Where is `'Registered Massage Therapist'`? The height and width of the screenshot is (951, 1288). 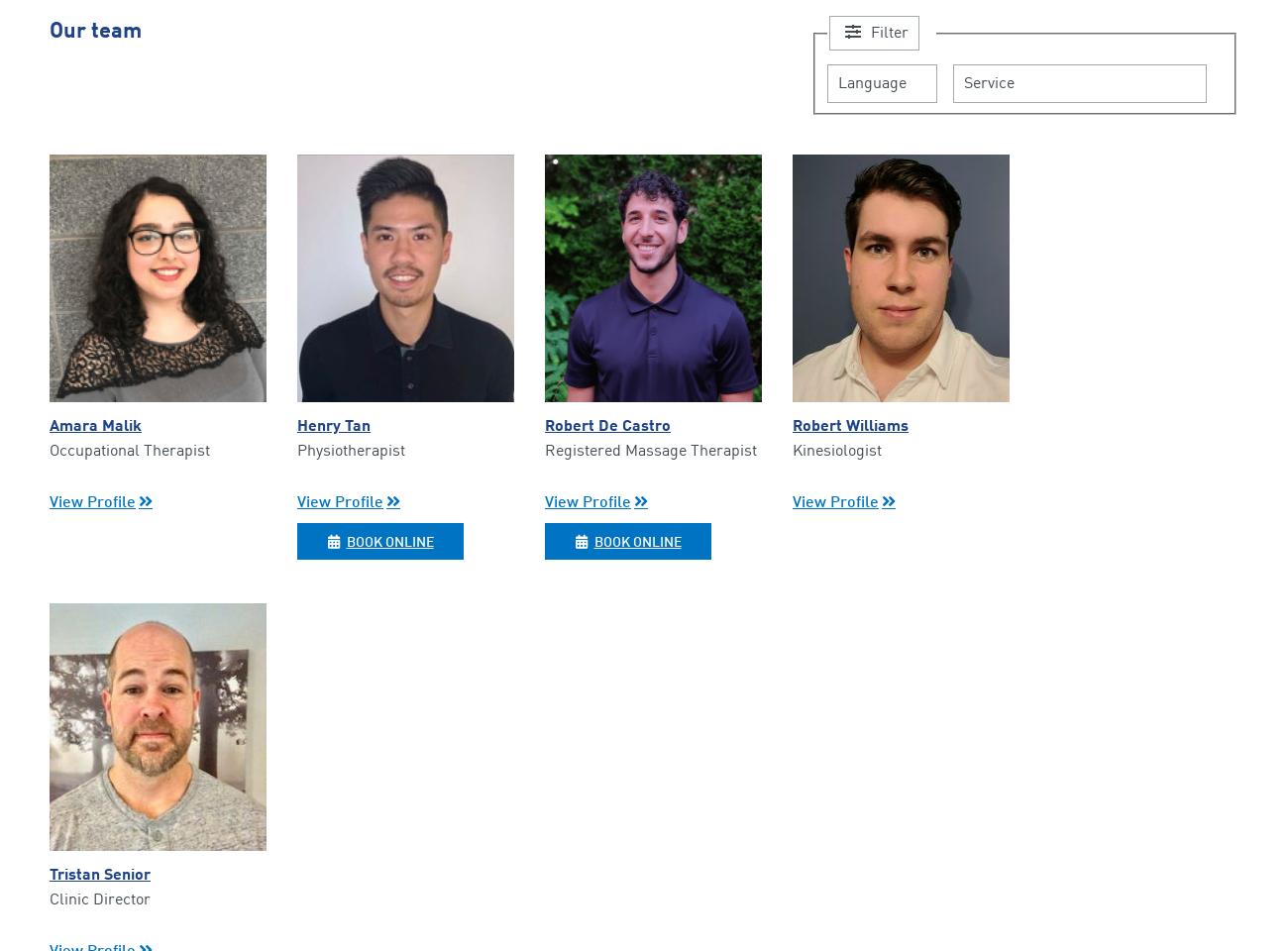
'Registered Massage Therapist' is located at coordinates (650, 451).